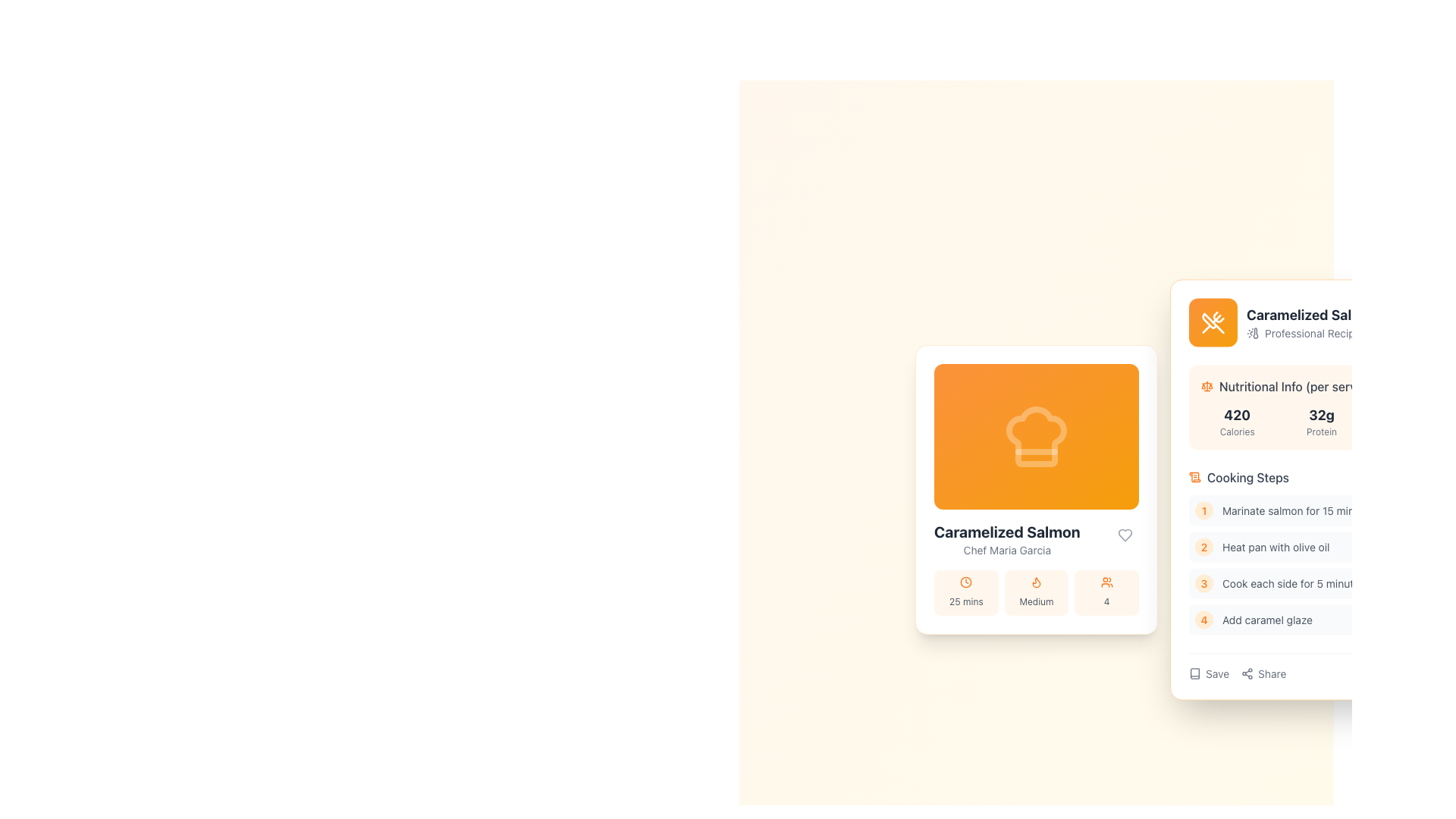 The height and width of the screenshot is (819, 1456). Describe the element at coordinates (1320, 582) in the screenshot. I see `the third list item in the cooking steps section, which features a circular icon with the number '3' in orange and the text 'Cook each side for 5 minutes'` at that location.